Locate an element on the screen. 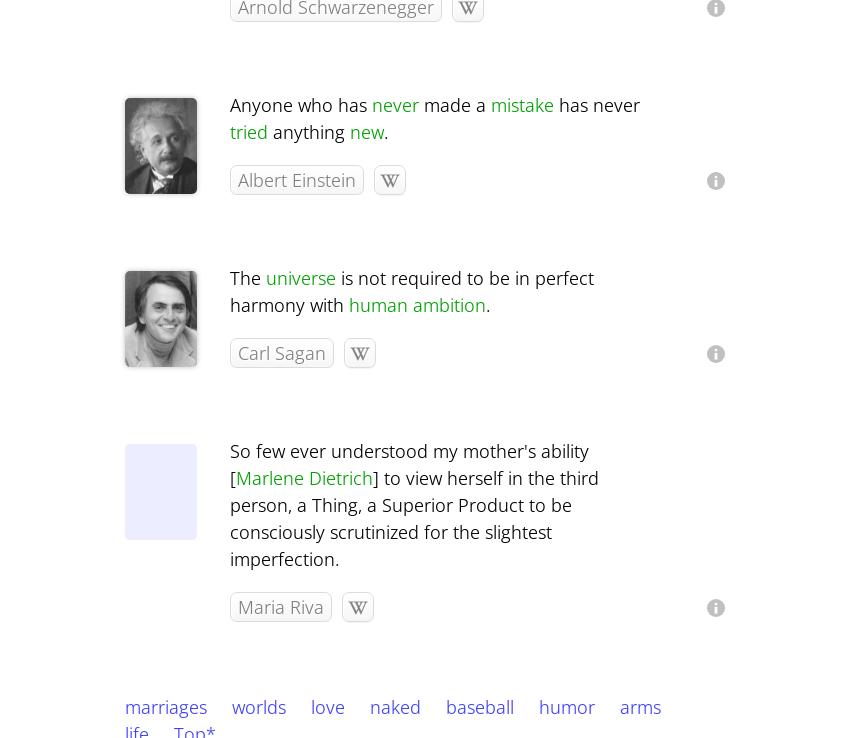 The height and width of the screenshot is (738, 850). 'baseball' is located at coordinates (479, 707).